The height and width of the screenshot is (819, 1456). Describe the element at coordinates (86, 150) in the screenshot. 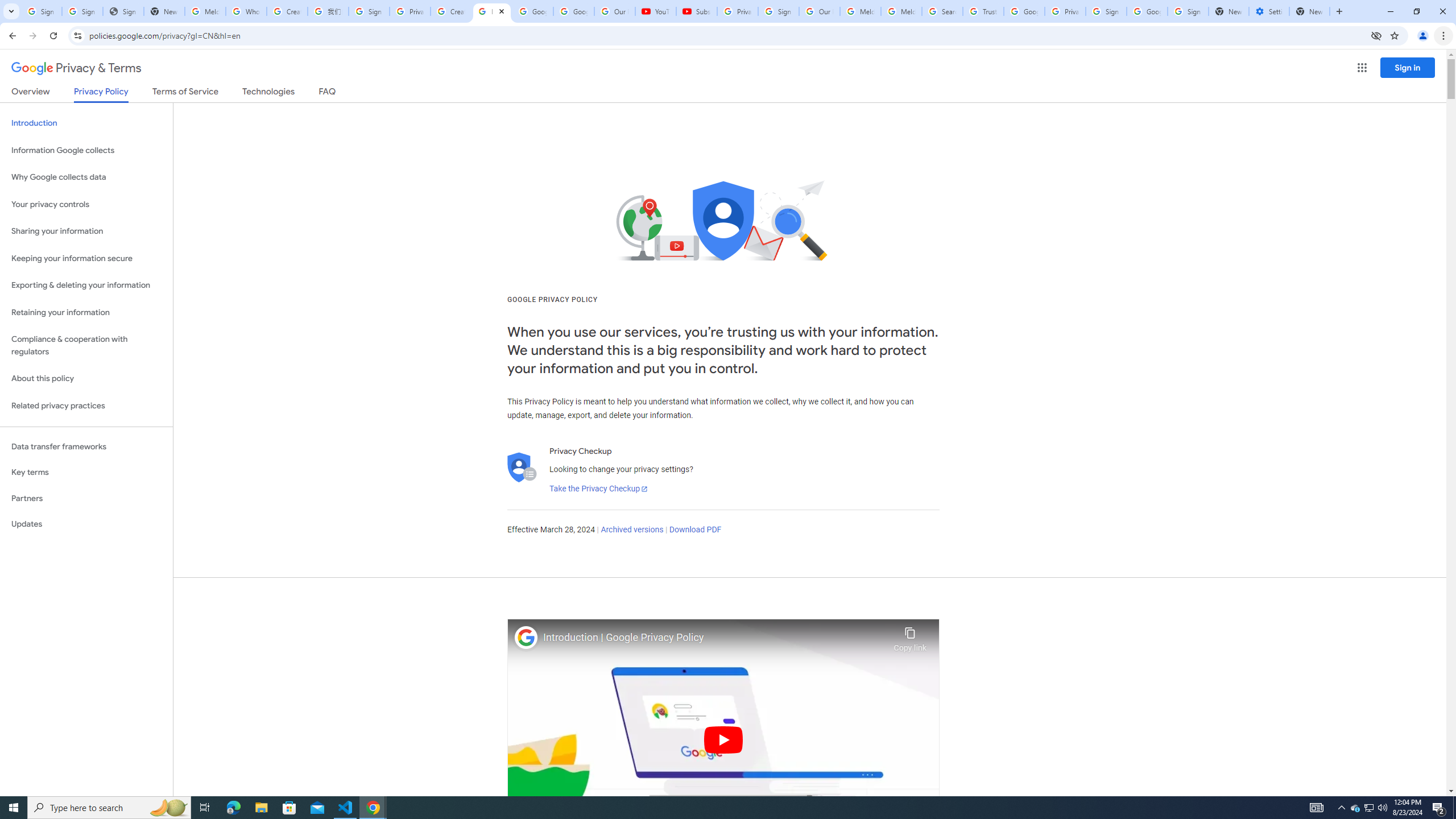

I see `'Information Google collects'` at that location.